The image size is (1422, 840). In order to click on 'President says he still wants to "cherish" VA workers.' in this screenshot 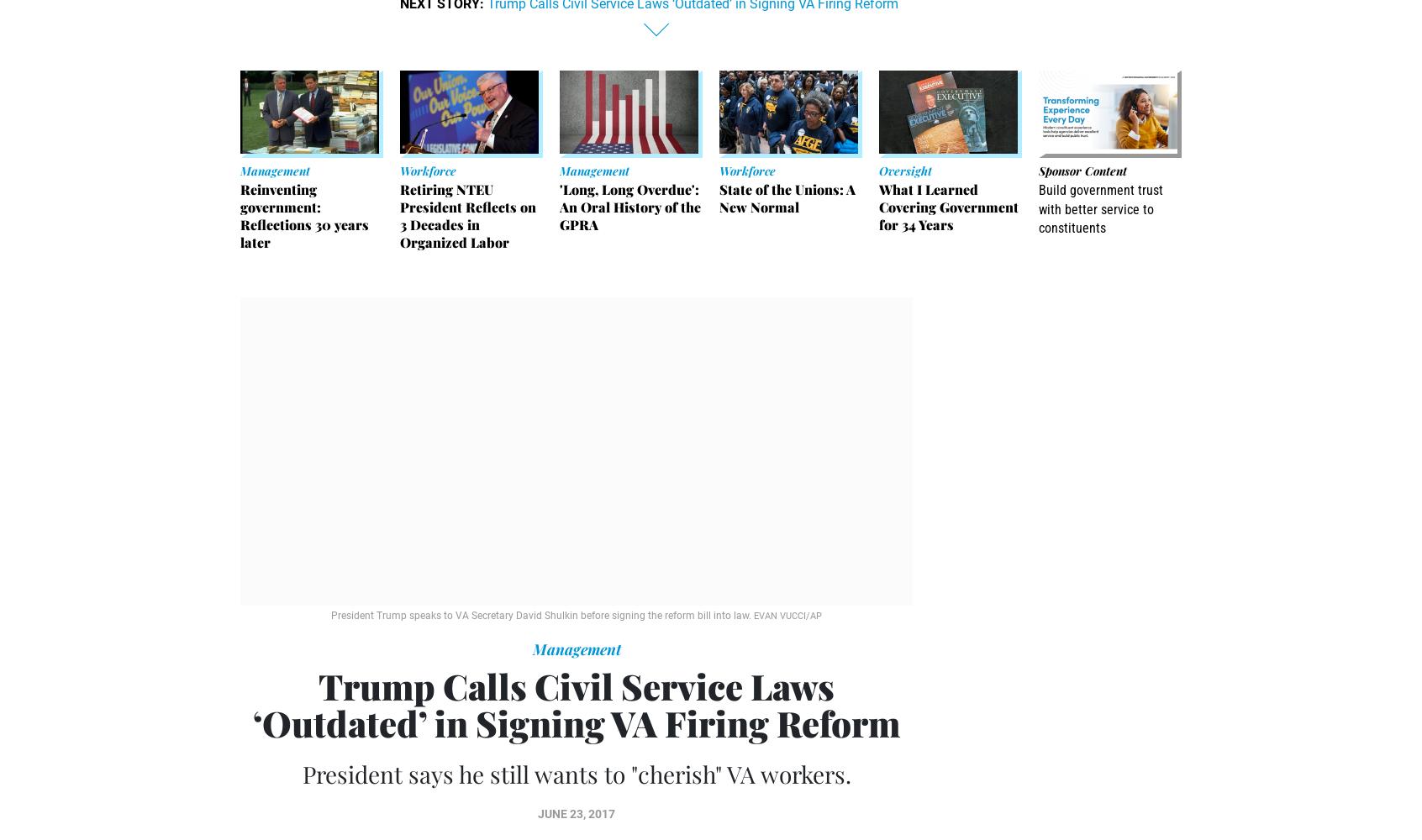, I will do `click(576, 774)`.